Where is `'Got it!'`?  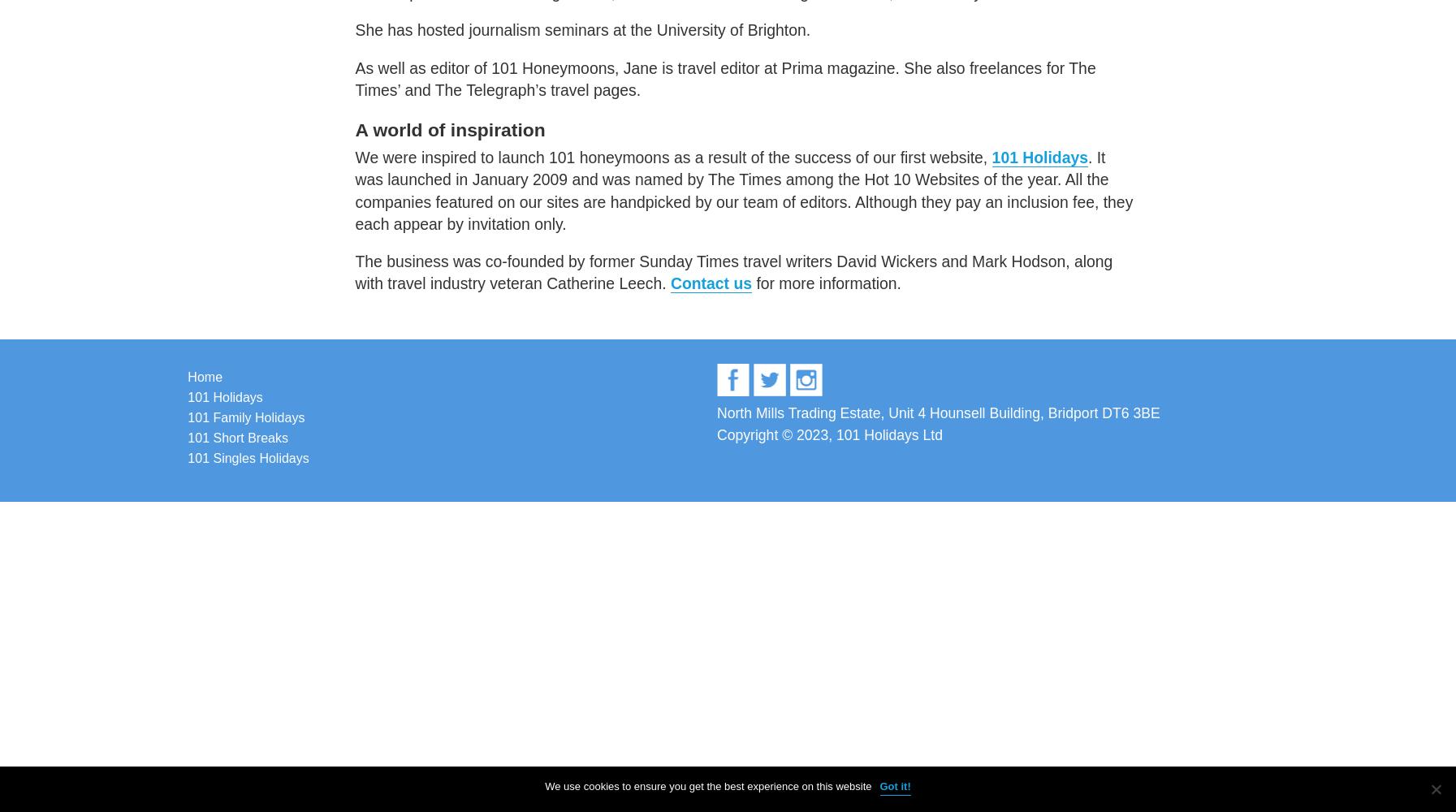
'Got it!' is located at coordinates (894, 785).